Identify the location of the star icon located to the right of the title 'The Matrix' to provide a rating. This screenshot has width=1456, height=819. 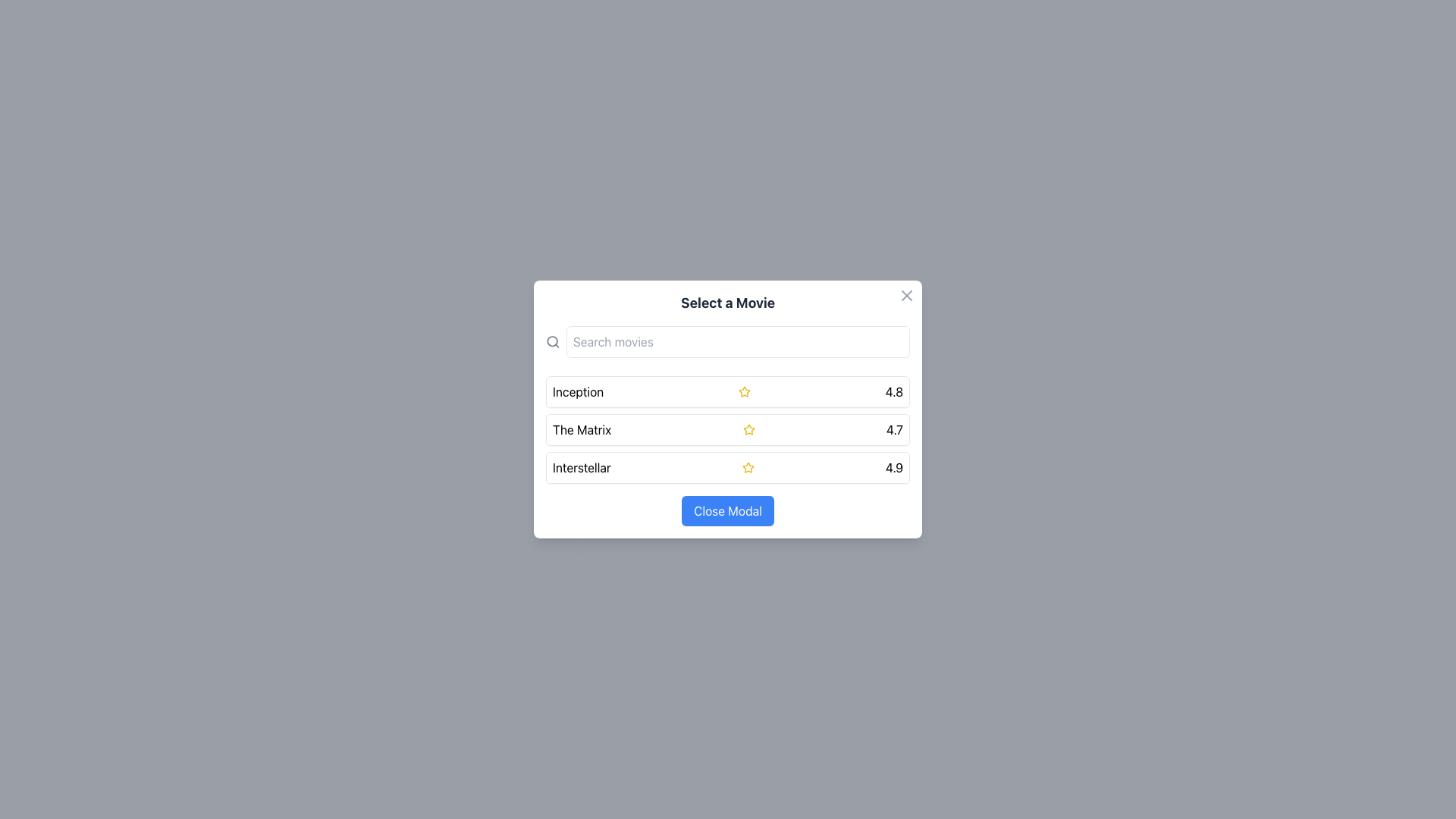
(748, 430).